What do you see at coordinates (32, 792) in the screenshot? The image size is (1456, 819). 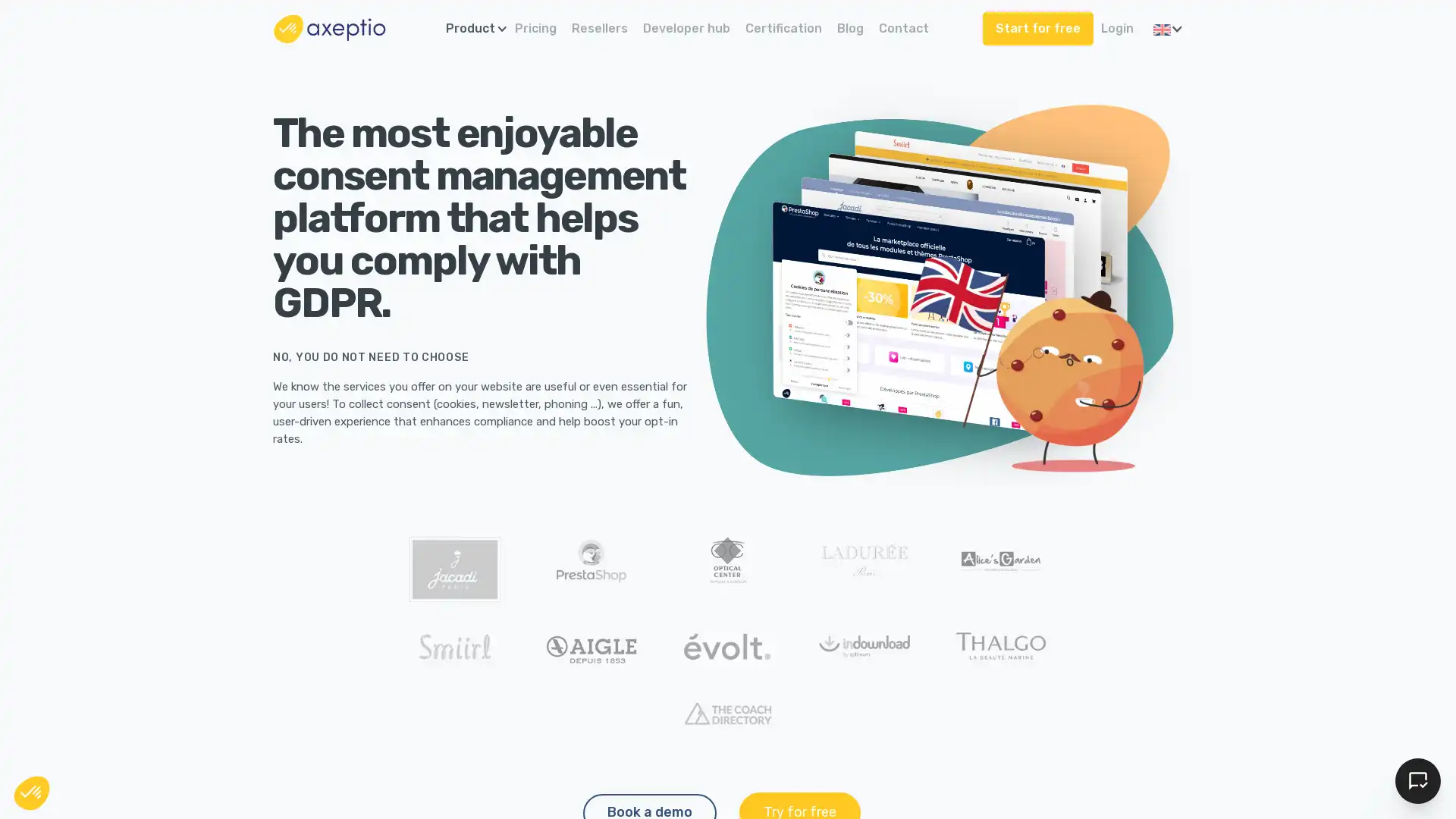 I see `Close` at bounding box center [32, 792].